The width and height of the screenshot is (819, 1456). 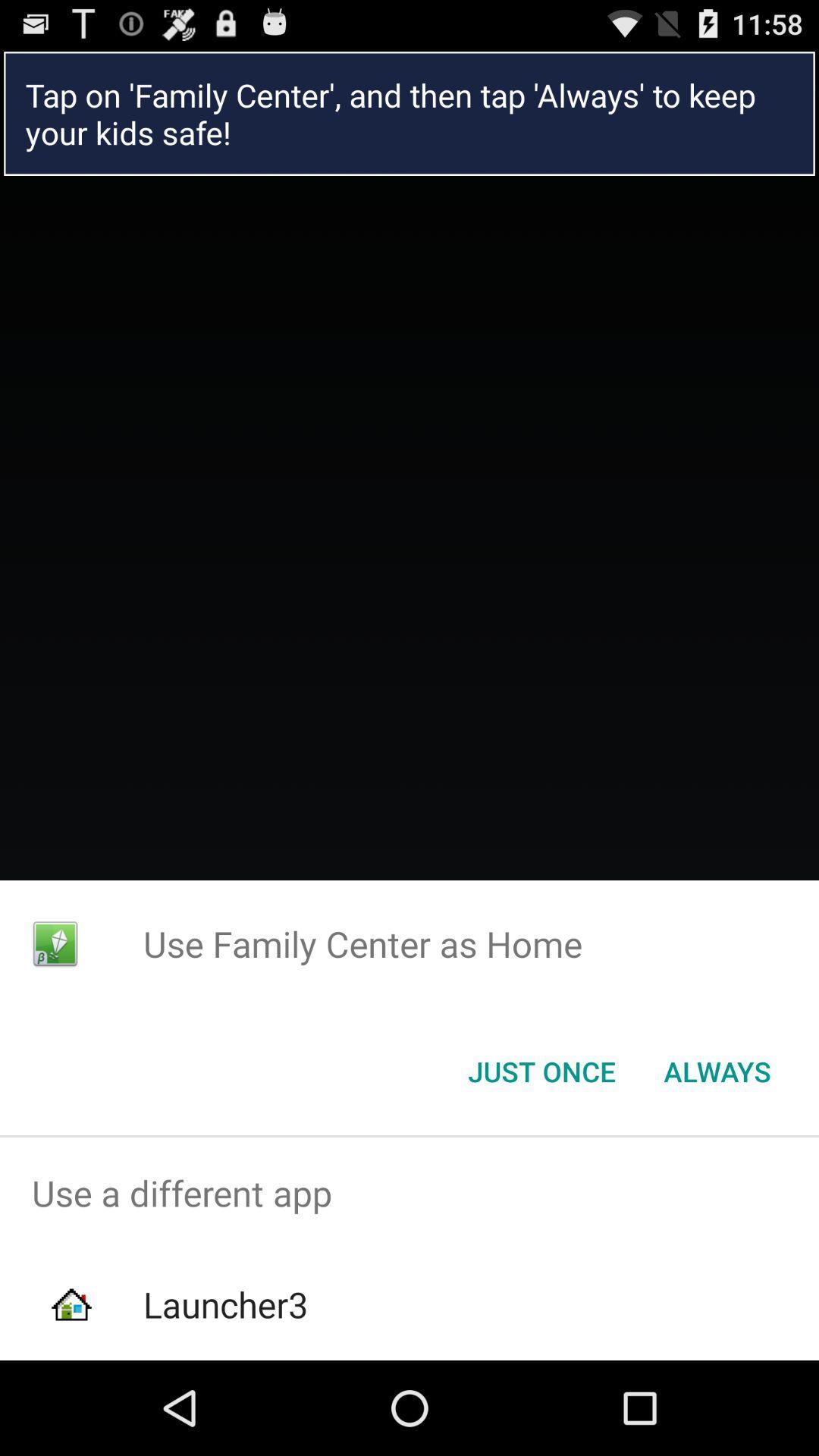 What do you see at coordinates (717, 1070) in the screenshot?
I see `button next to the just once button` at bounding box center [717, 1070].